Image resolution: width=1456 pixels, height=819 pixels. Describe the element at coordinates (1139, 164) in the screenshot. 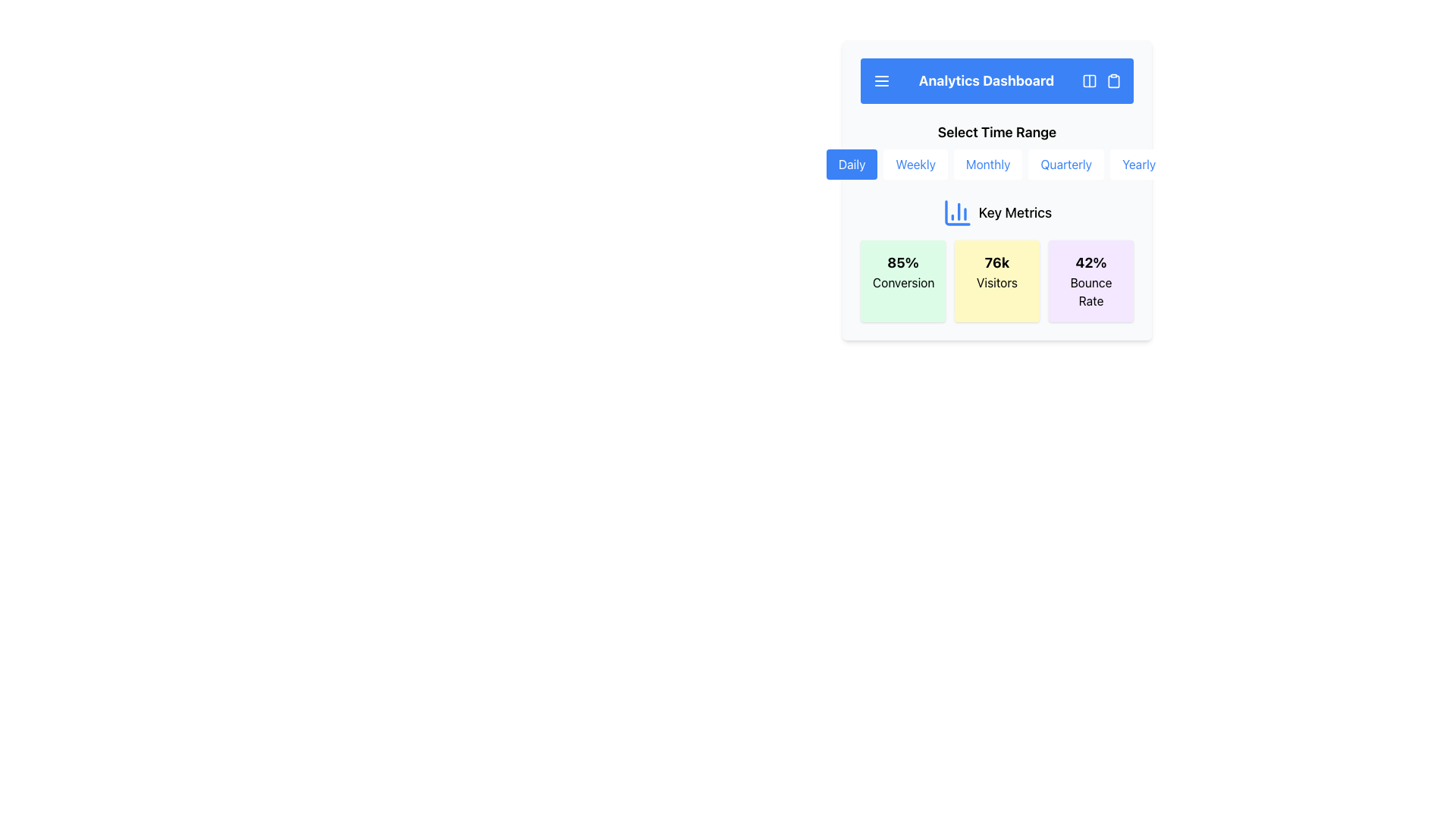

I see `the 'Yearly' time range button located in the horizontal row below the header 'Select Time Range', which is the fifth button positioned to the far right` at that location.